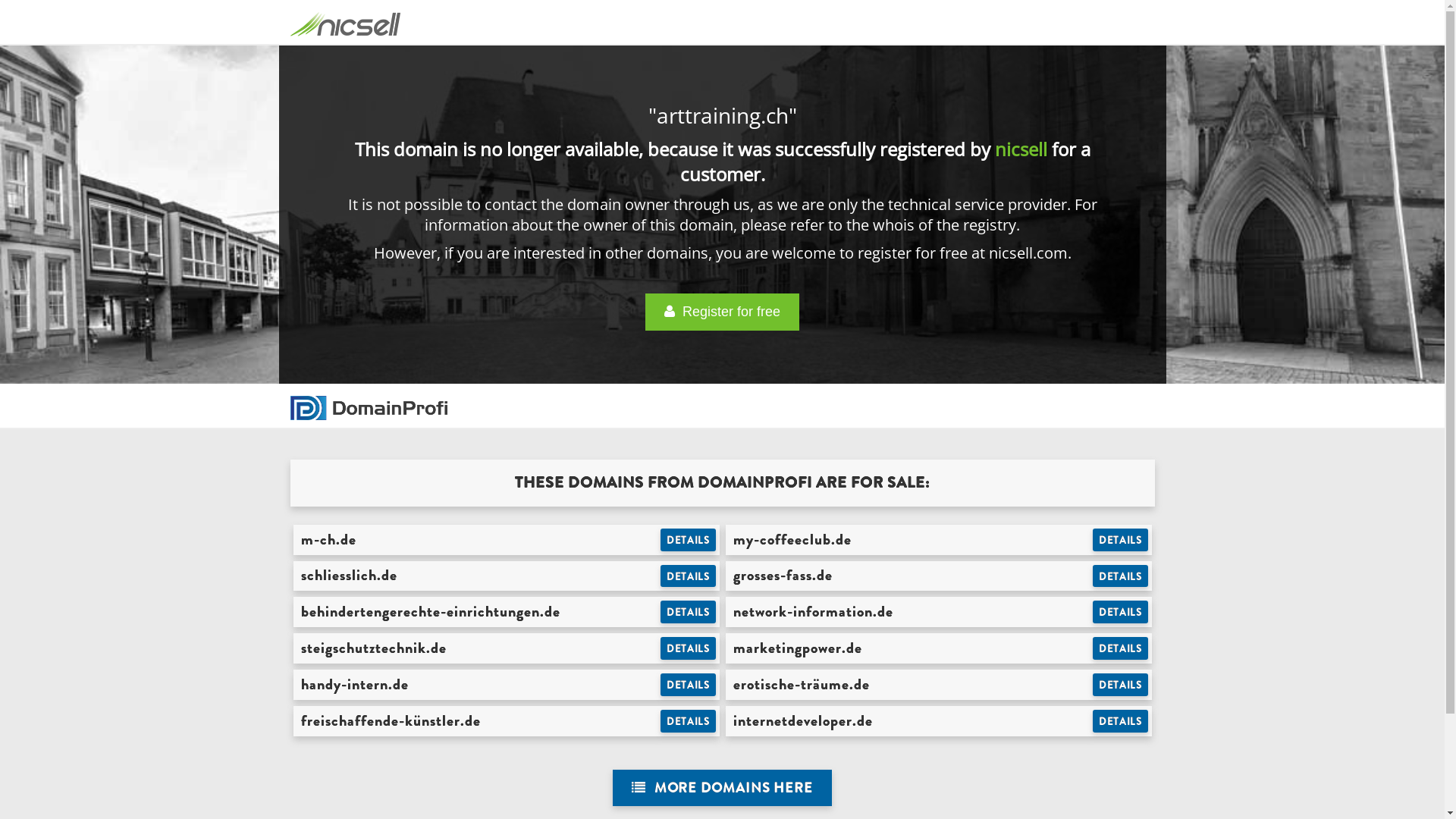 This screenshot has height=819, width=1456. I want to click on 'DETAILS', so click(1120, 576).